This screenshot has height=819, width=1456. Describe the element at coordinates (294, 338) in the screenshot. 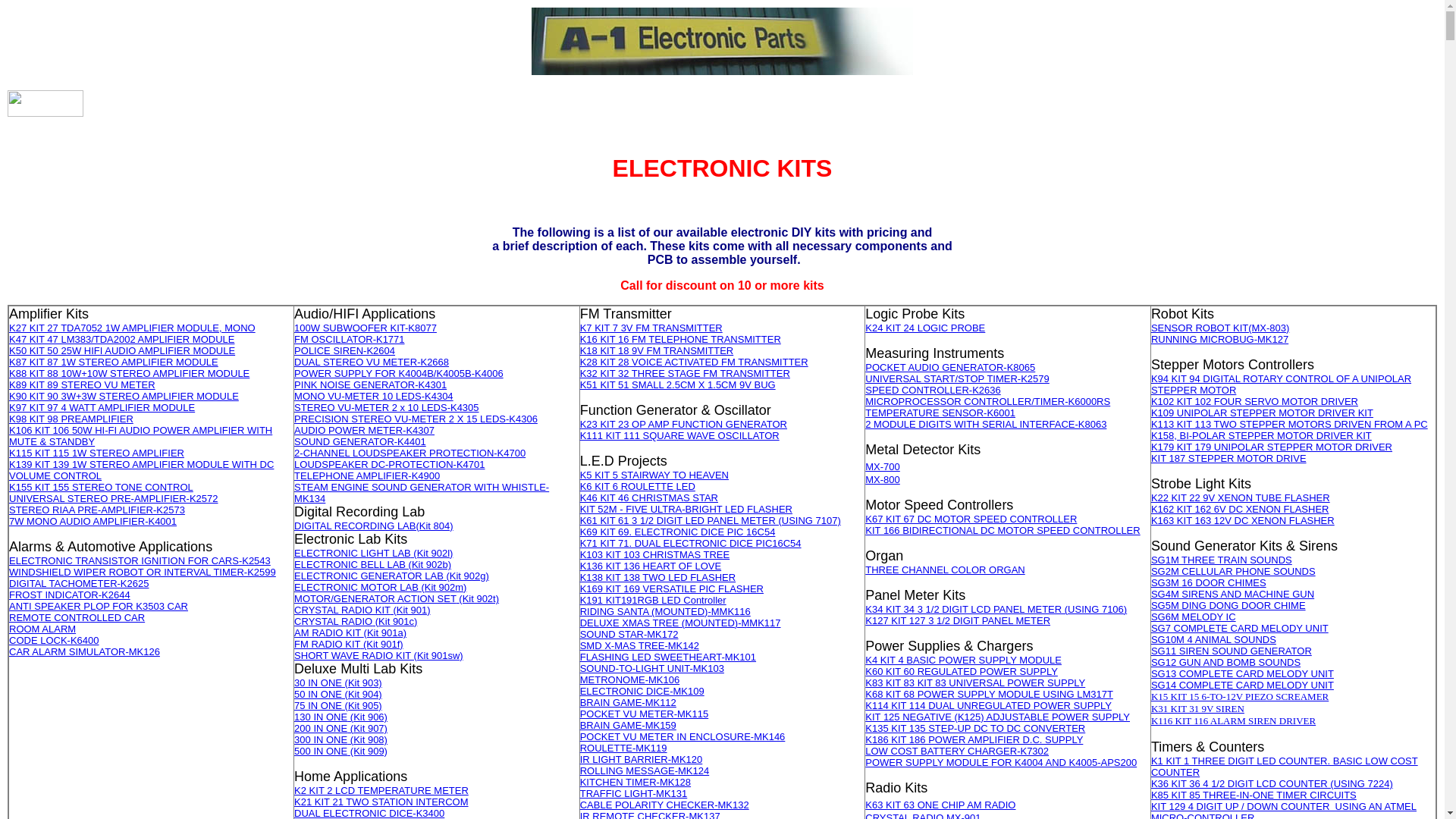

I see `'FM OSCILLATOR-K1771'` at that location.